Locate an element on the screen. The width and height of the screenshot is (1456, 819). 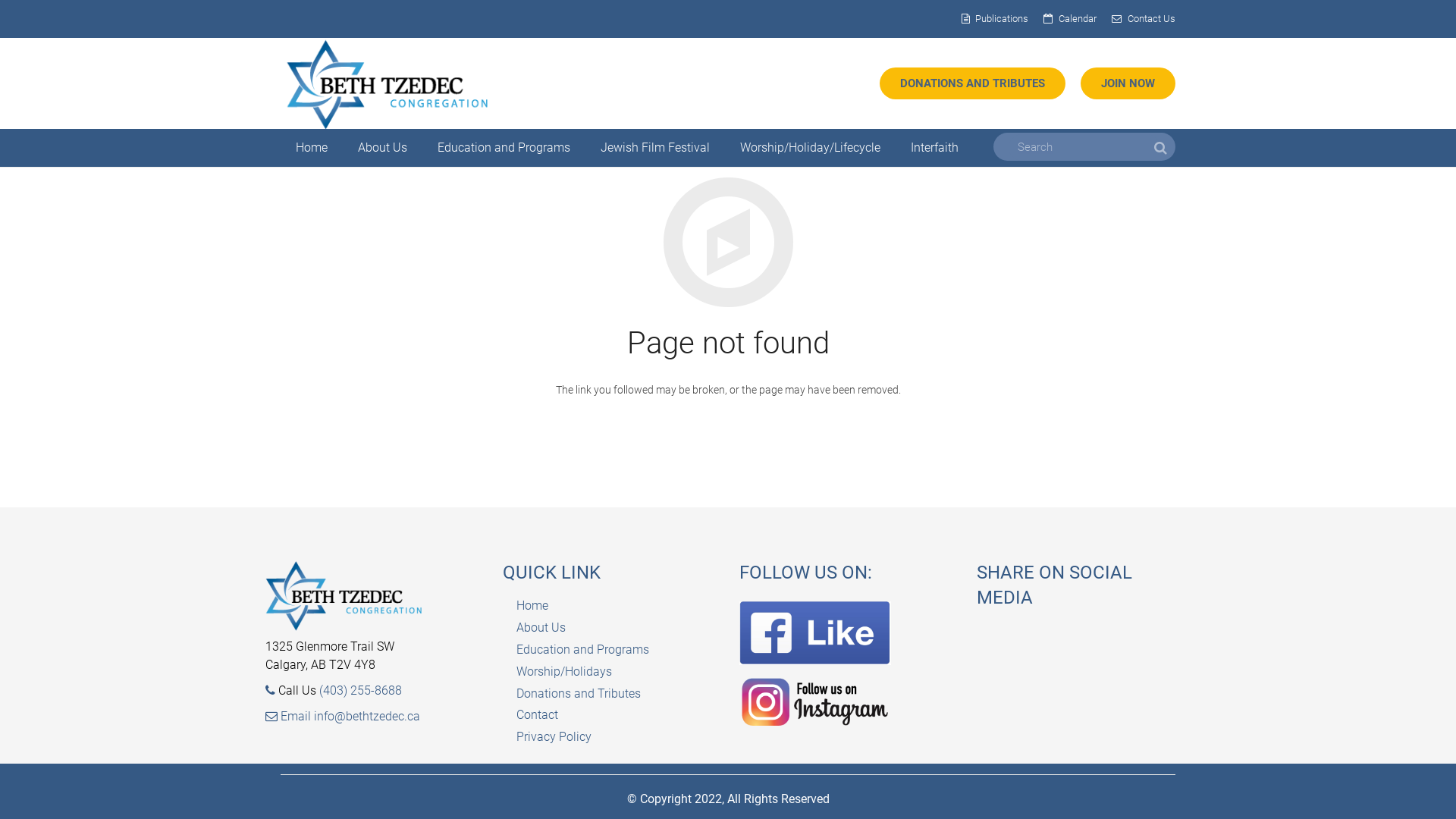
'Education and Programs' is located at coordinates (504, 148).